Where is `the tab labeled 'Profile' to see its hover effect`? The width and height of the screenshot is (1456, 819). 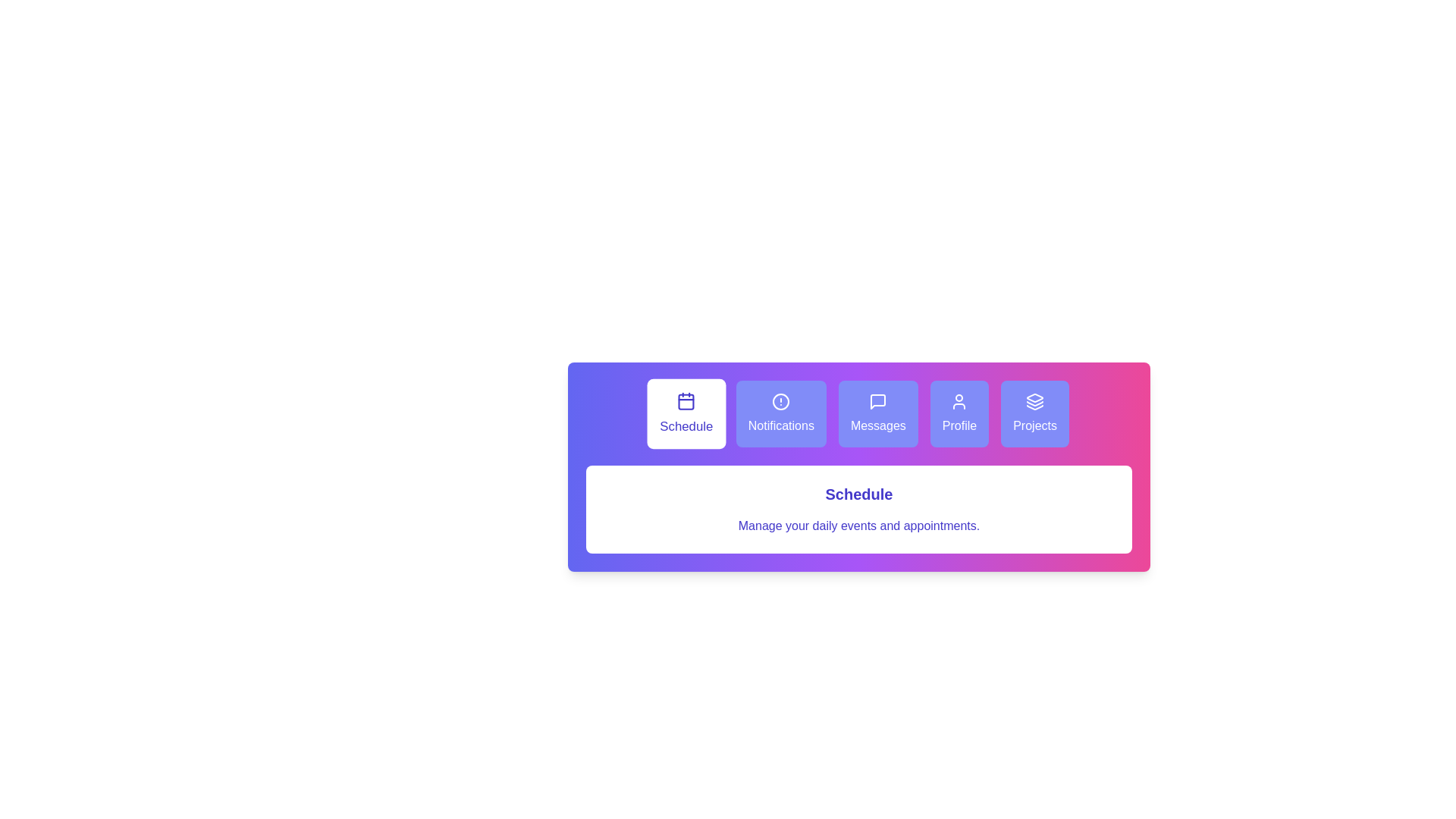
the tab labeled 'Profile' to see its hover effect is located at coordinates (959, 414).